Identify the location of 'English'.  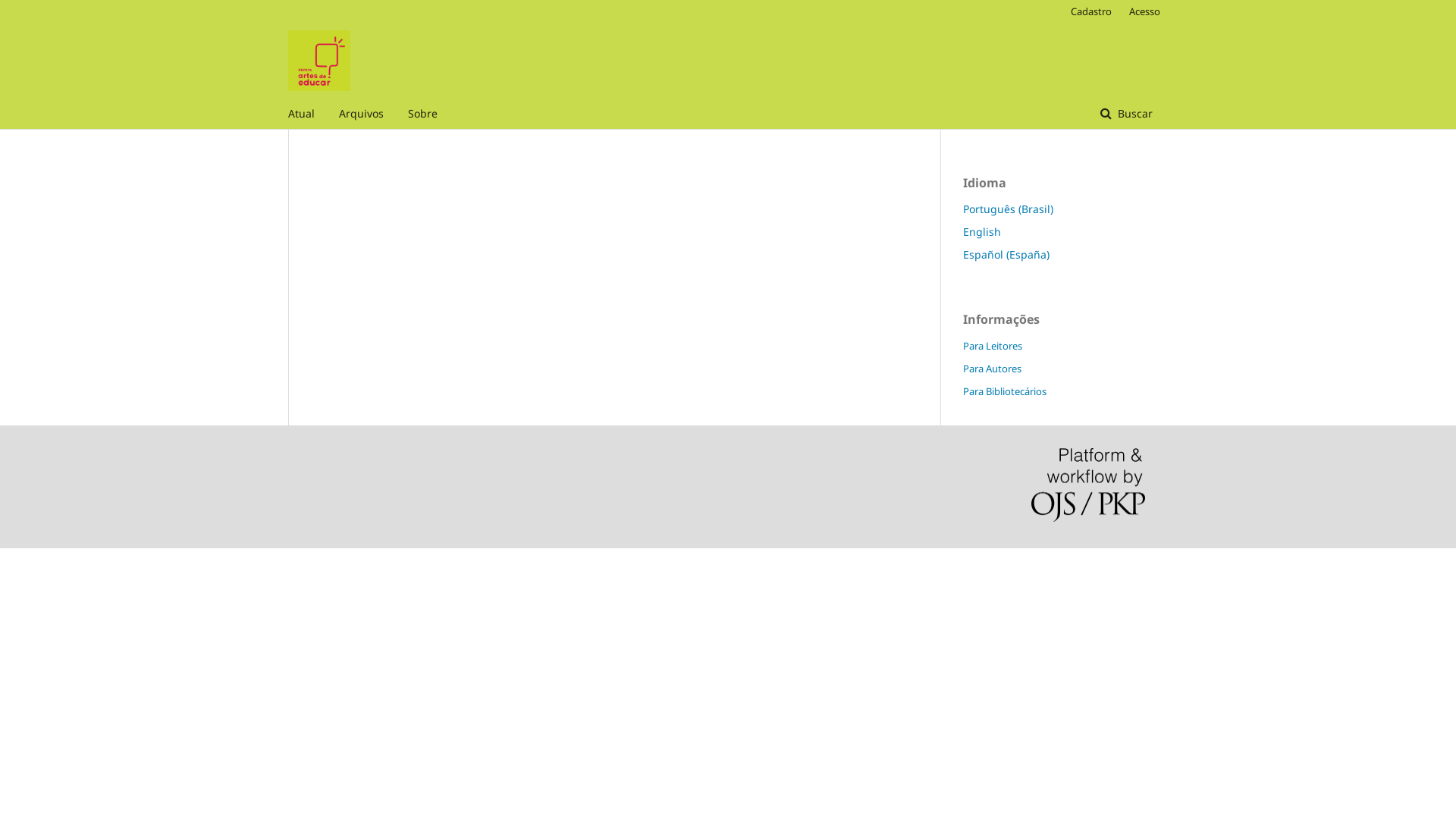
(982, 231).